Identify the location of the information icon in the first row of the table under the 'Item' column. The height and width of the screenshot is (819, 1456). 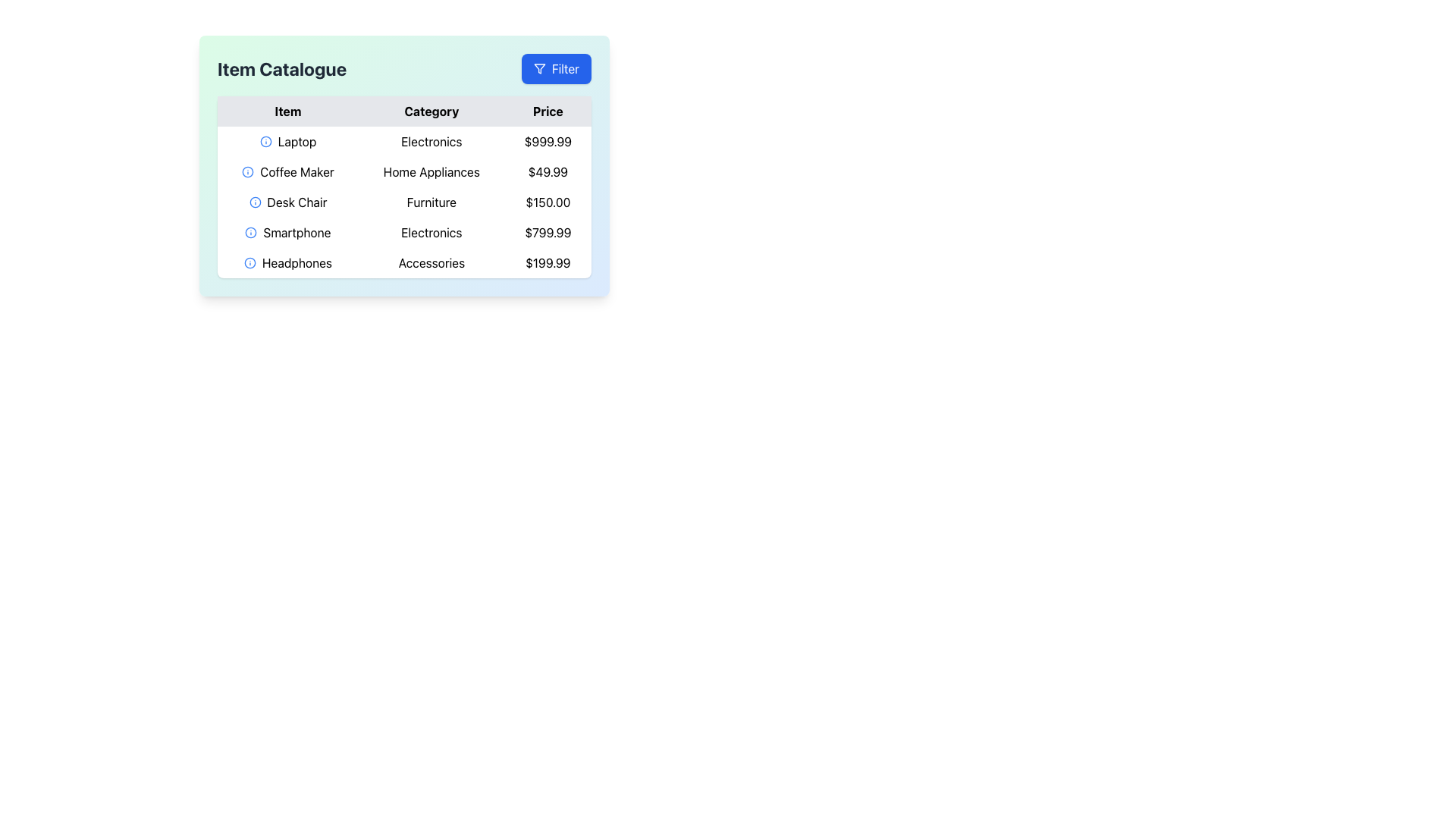
(287, 141).